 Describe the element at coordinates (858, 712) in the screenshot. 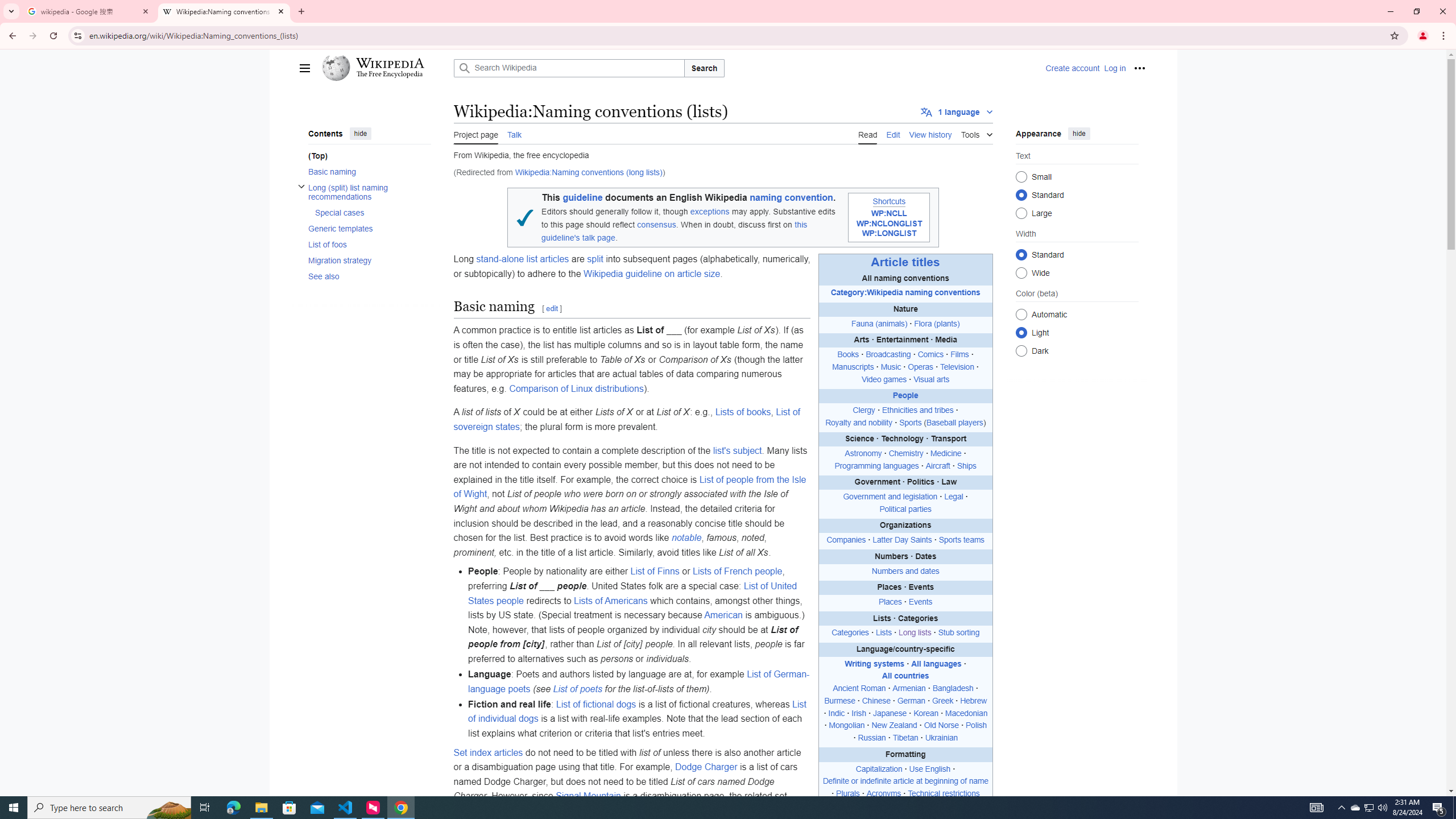

I see `'Irish'` at that location.